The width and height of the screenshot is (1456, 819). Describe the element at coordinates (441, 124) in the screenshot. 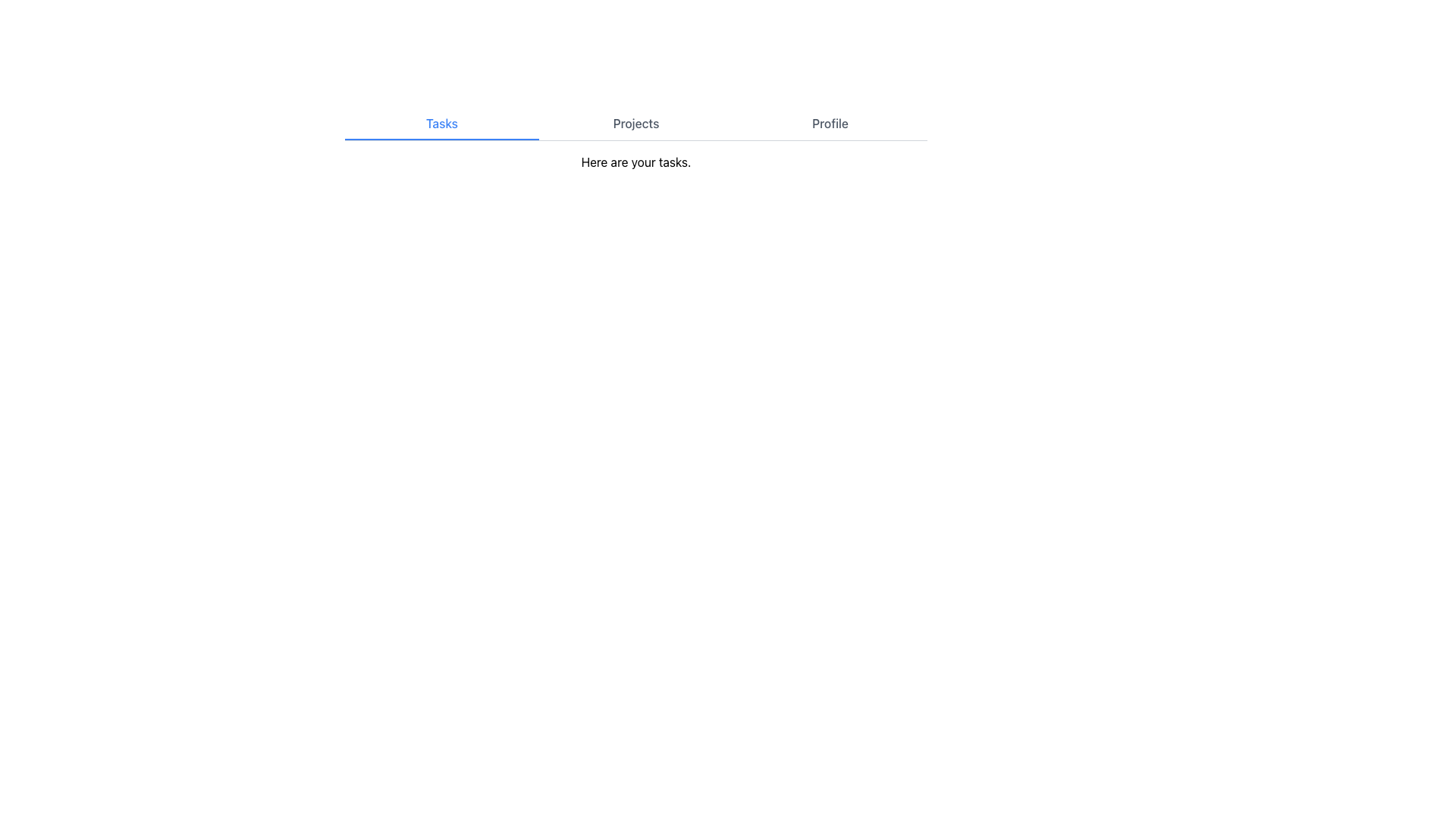

I see `the 'Tasks' navigation tab, which is the first option among three tabs in a horizontal layout` at that location.